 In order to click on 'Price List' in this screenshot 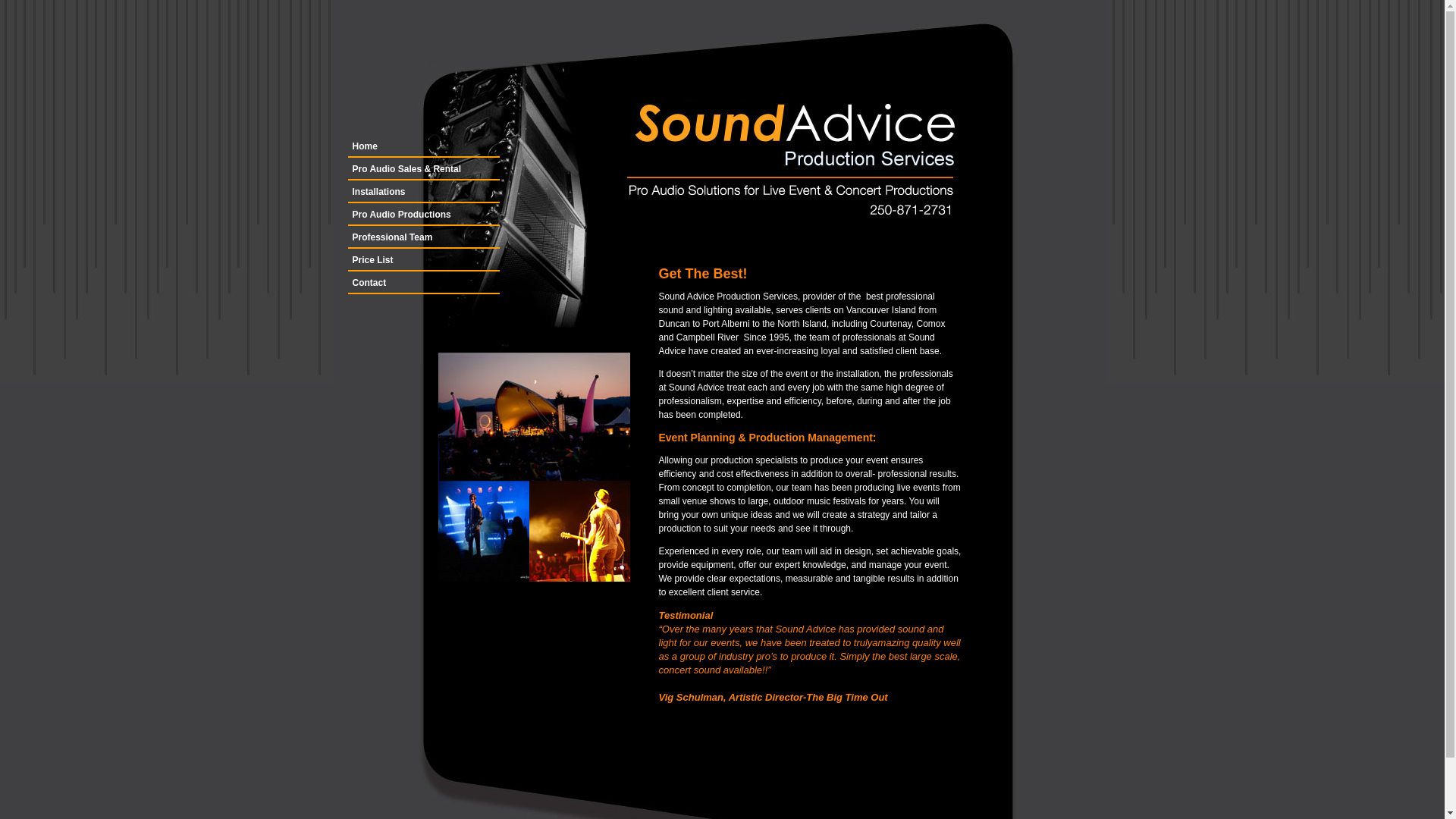, I will do `click(346, 259)`.